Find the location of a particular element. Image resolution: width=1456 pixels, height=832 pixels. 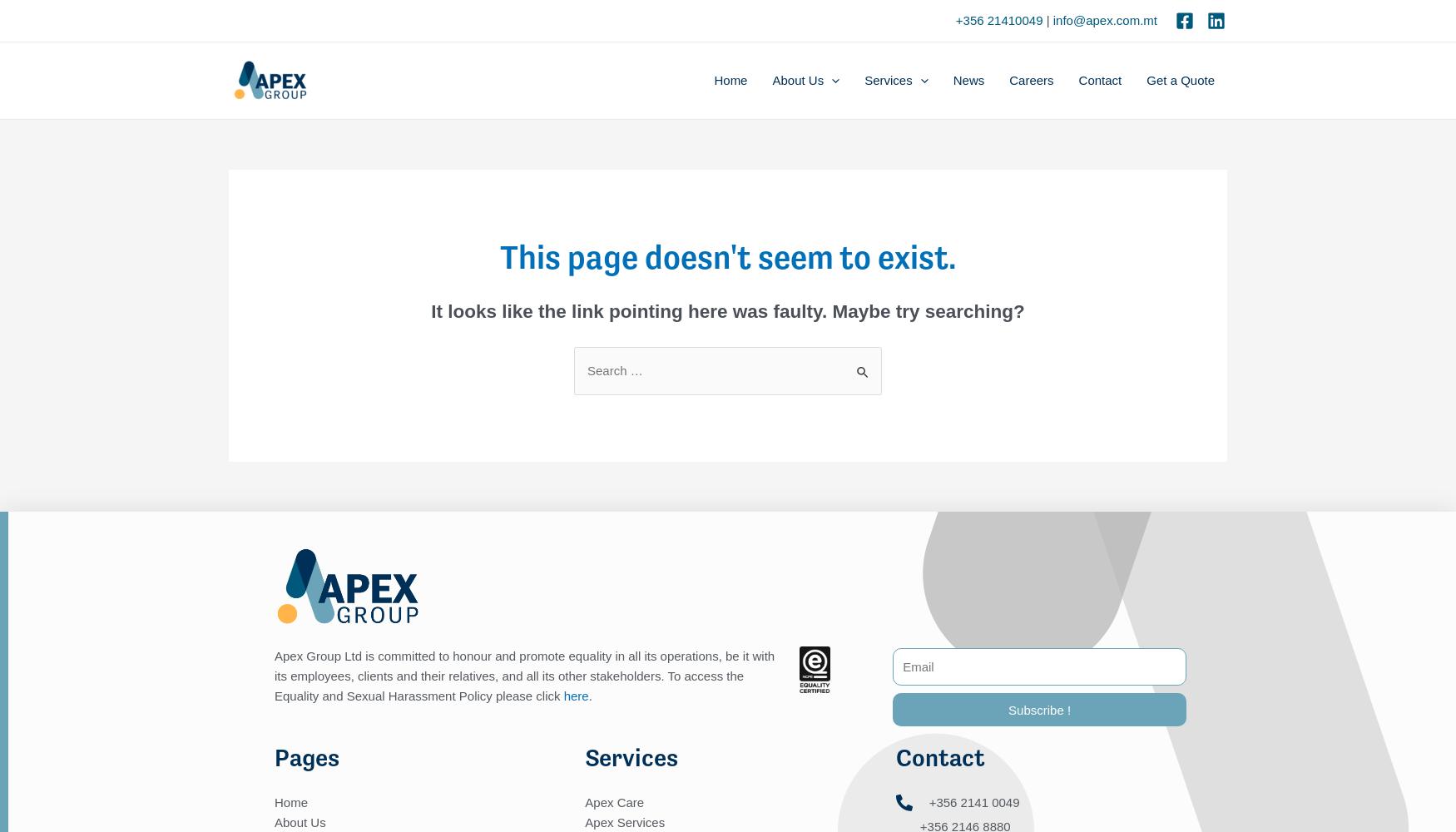

'here' is located at coordinates (575, 694).